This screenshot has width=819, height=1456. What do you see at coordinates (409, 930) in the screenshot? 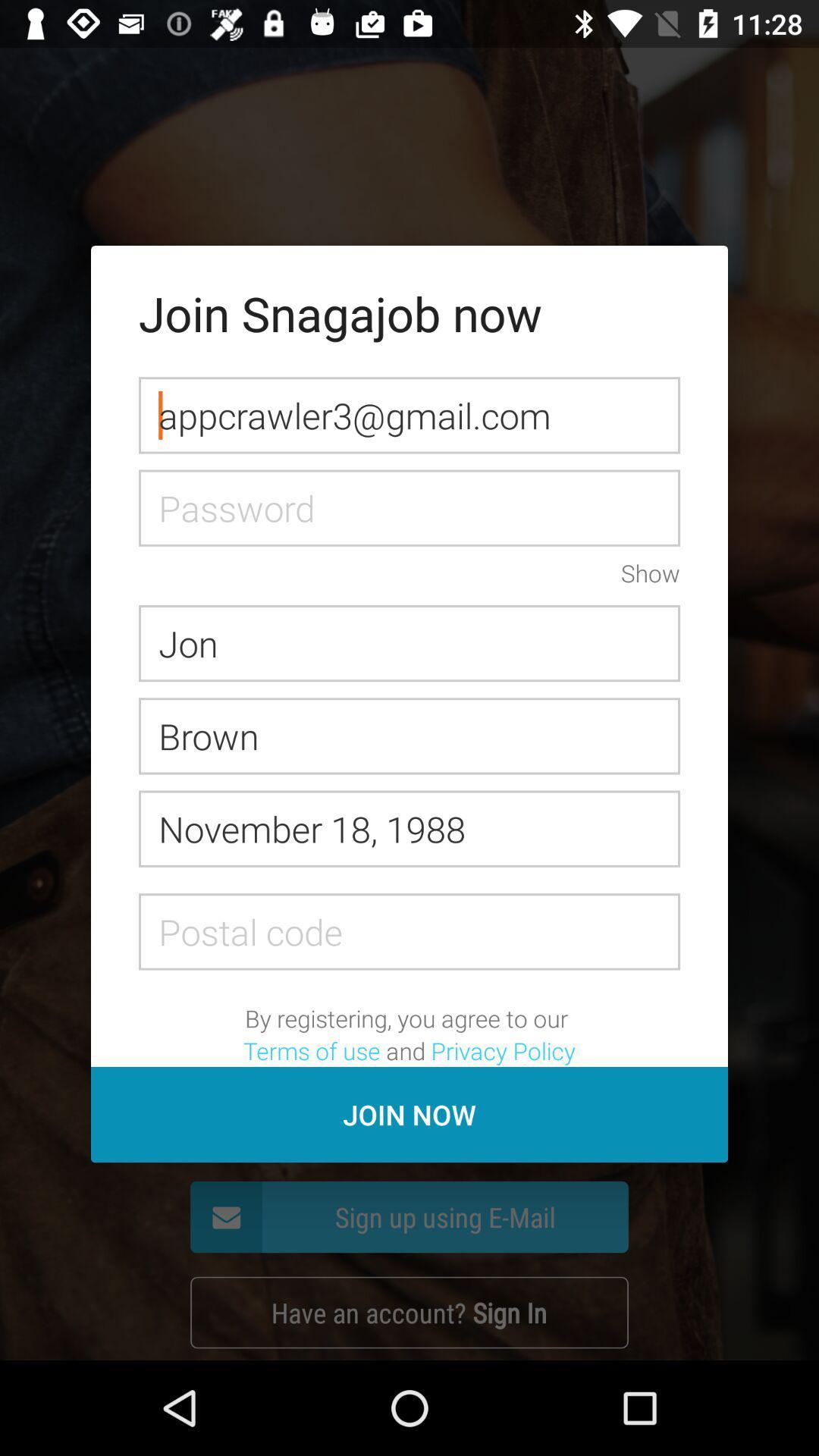
I see `advertisement` at bounding box center [409, 930].